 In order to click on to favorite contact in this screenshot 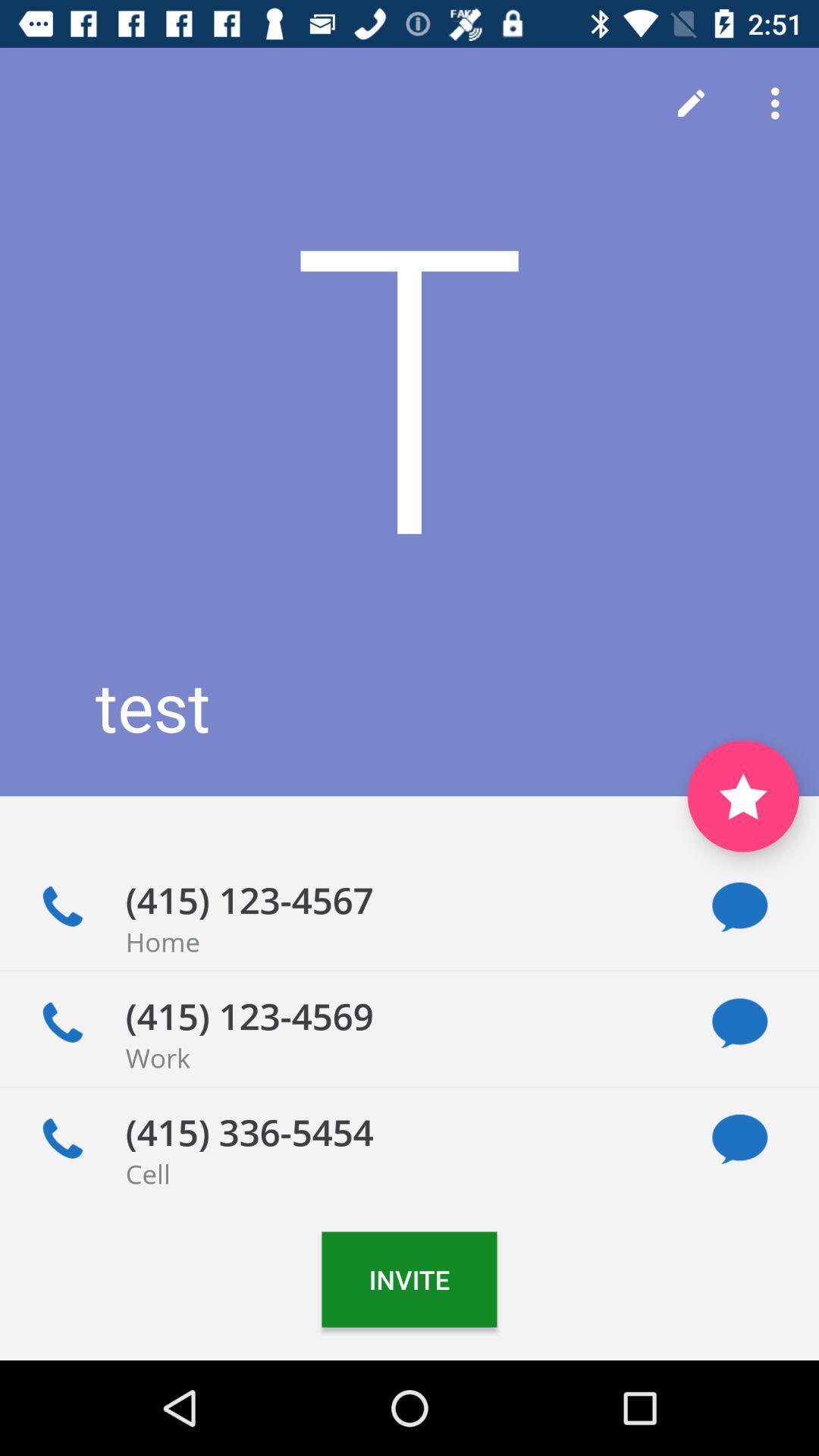, I will do `click(742, 795)`.